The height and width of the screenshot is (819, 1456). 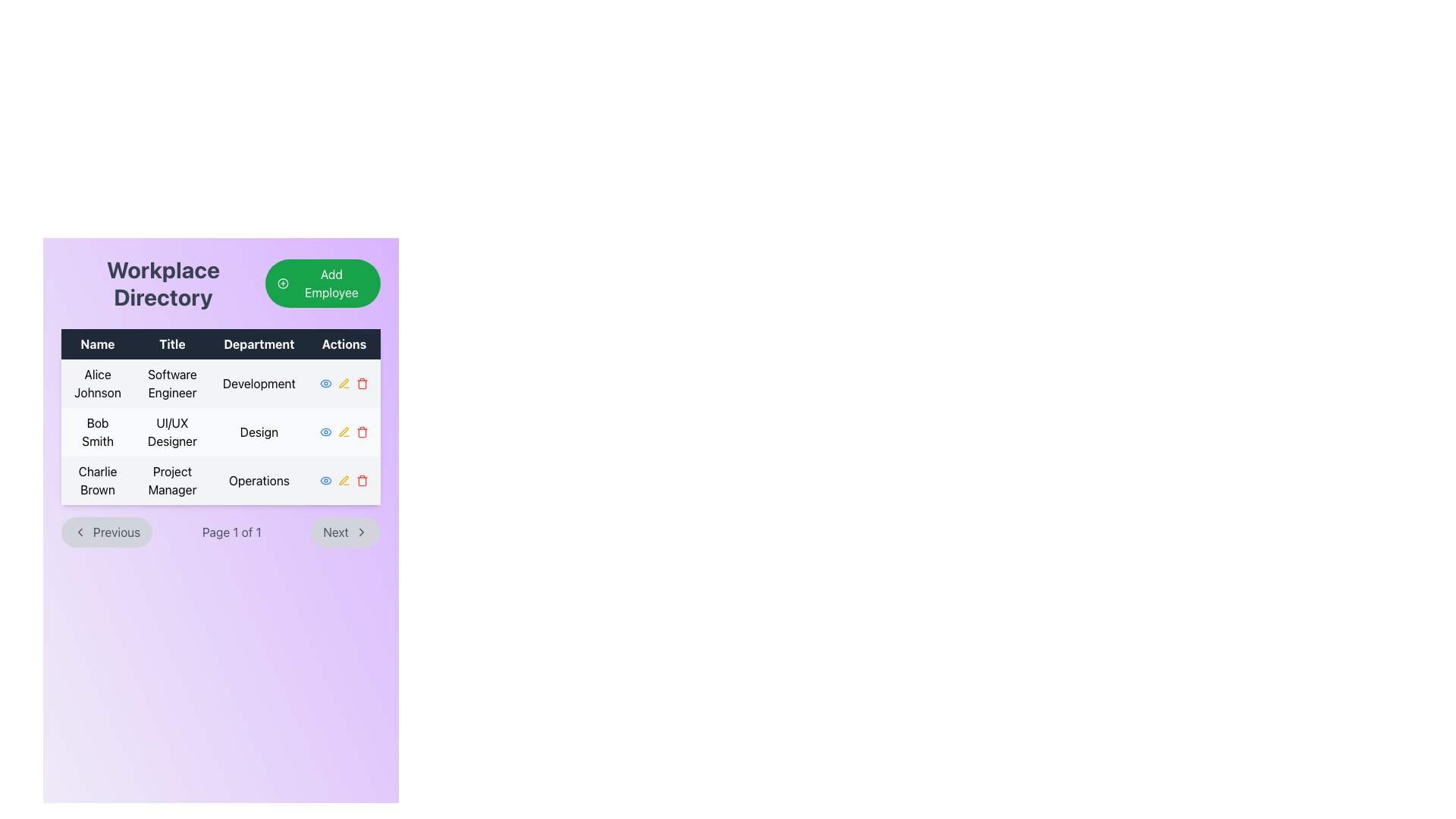 What do you see at coordinates (172, 432) in the screenshot?
I see `the label displaying 'UI/UX Designer', which is the second column in the row for 'Bob Smith' in the table` at bounding box center [172, 432].